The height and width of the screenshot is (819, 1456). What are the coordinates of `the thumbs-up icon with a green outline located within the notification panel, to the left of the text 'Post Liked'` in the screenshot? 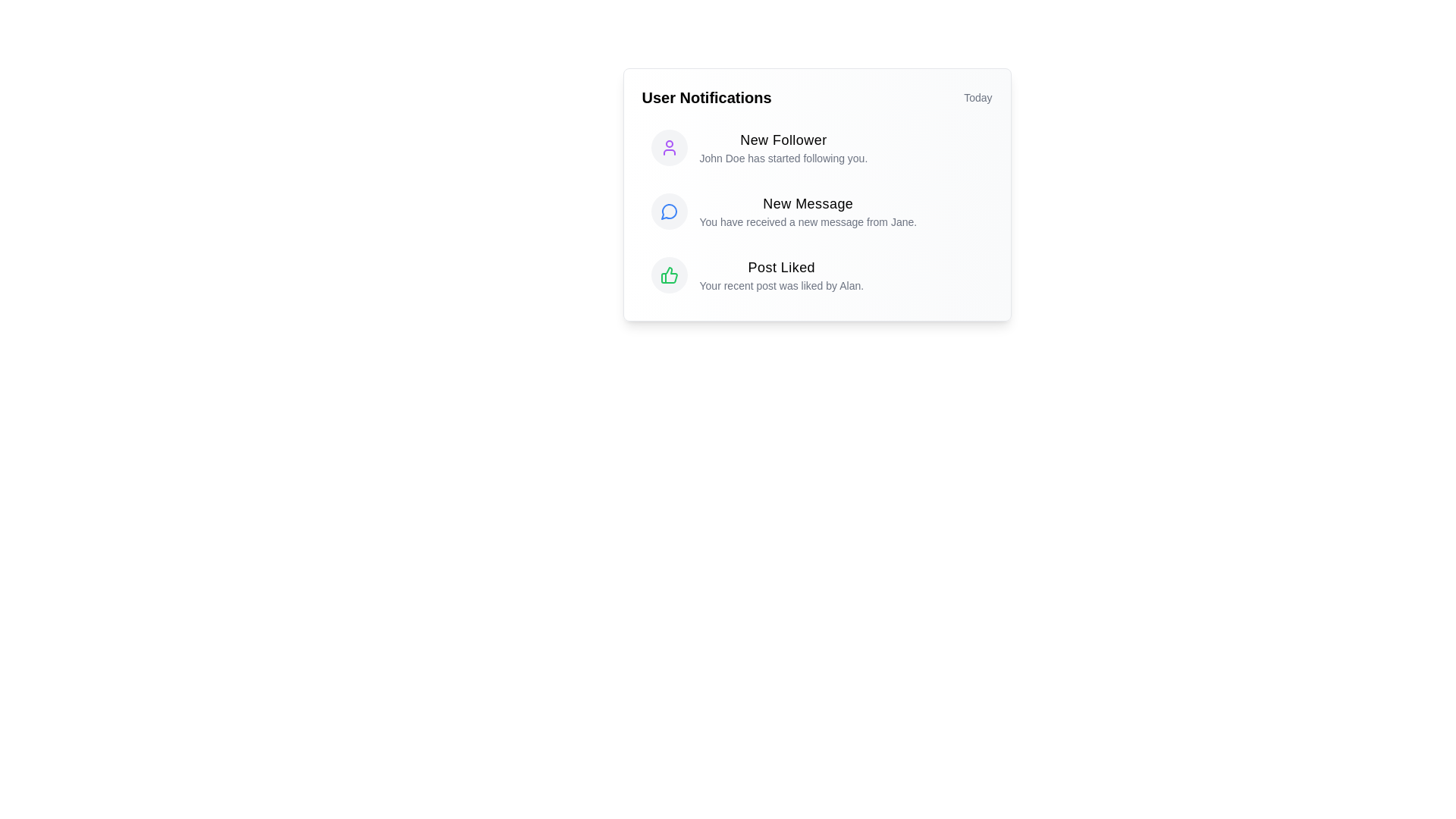 It's located at (668, 275).